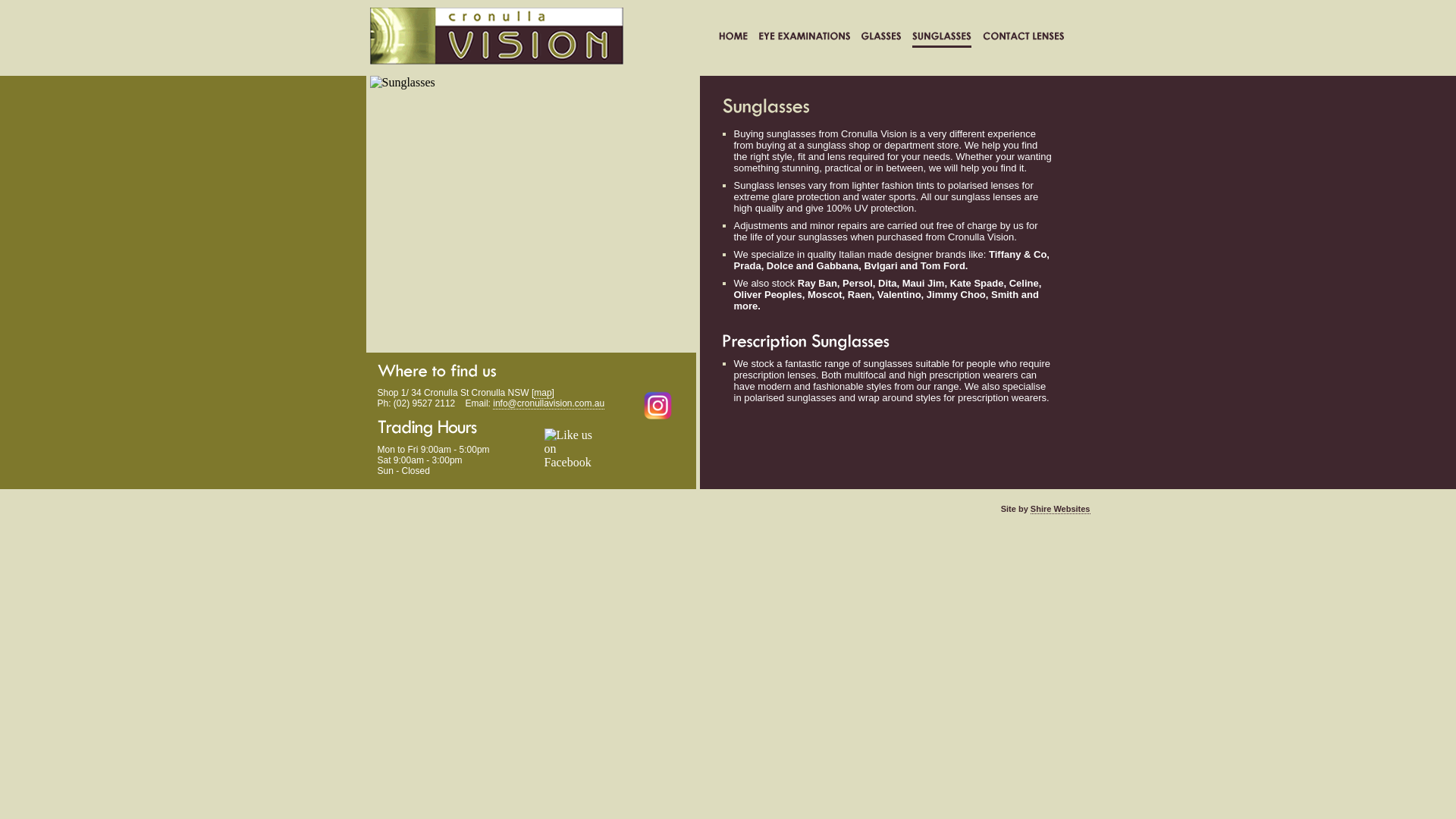  I want to click on 'Eye Examinations', so click(803, 38).